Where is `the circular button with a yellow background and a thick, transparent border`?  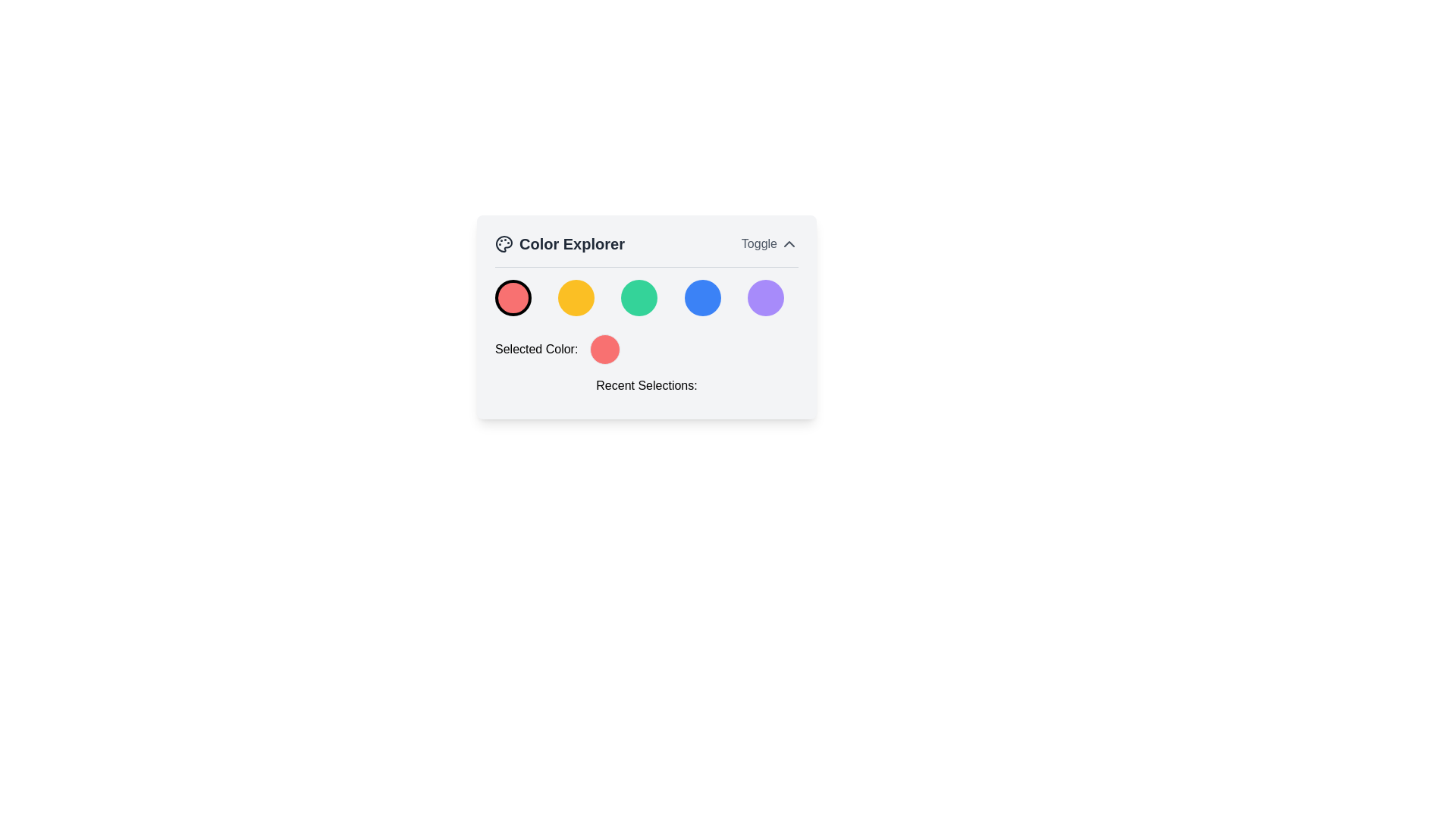
the circular button with a yellow background and a thick, transparent border is located at coordinates (576, 298).